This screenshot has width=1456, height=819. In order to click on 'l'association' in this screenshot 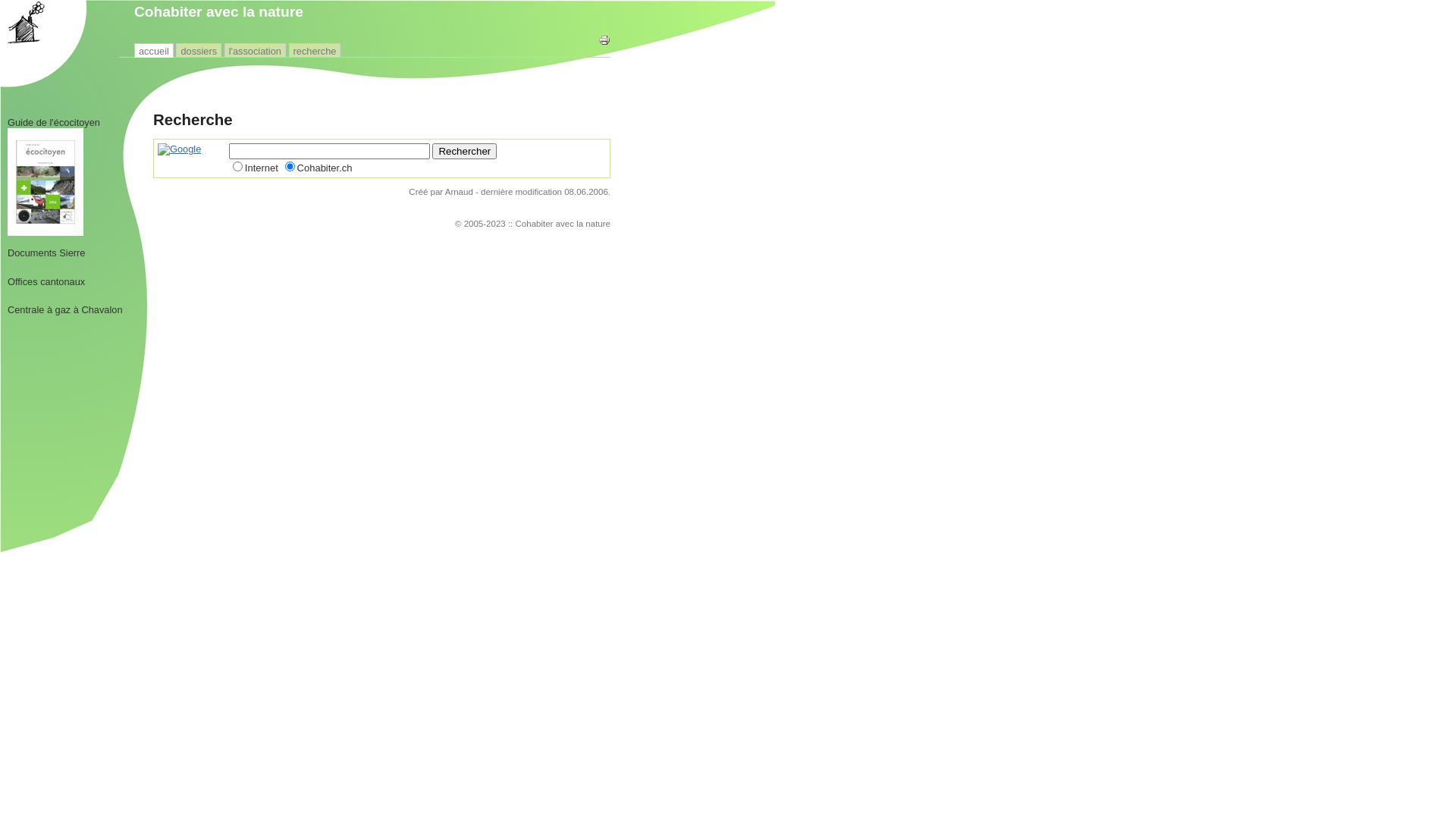, I will do `click(255, 50)`.